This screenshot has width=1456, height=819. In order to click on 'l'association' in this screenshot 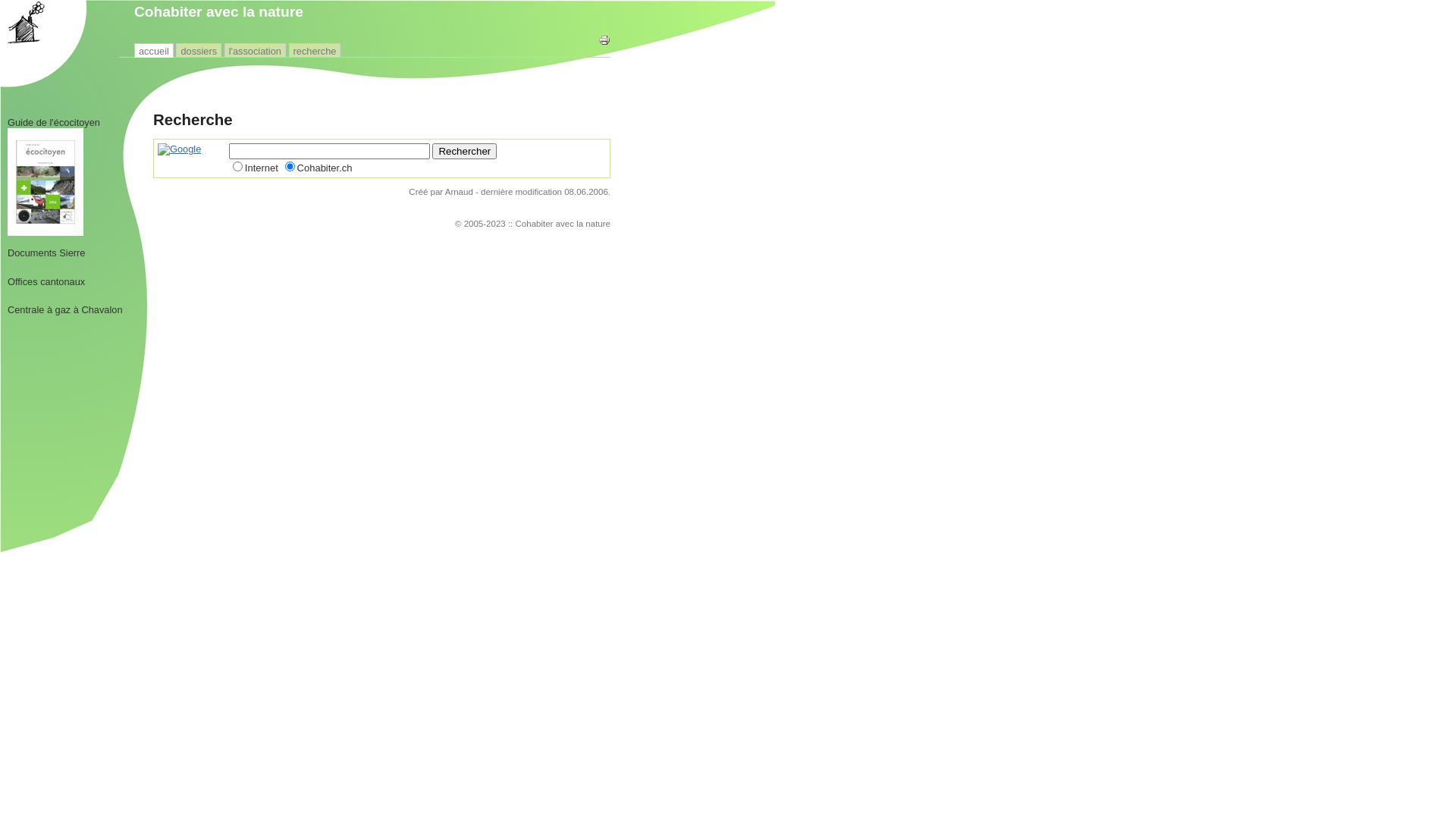, I will do `click(255, 50)`.